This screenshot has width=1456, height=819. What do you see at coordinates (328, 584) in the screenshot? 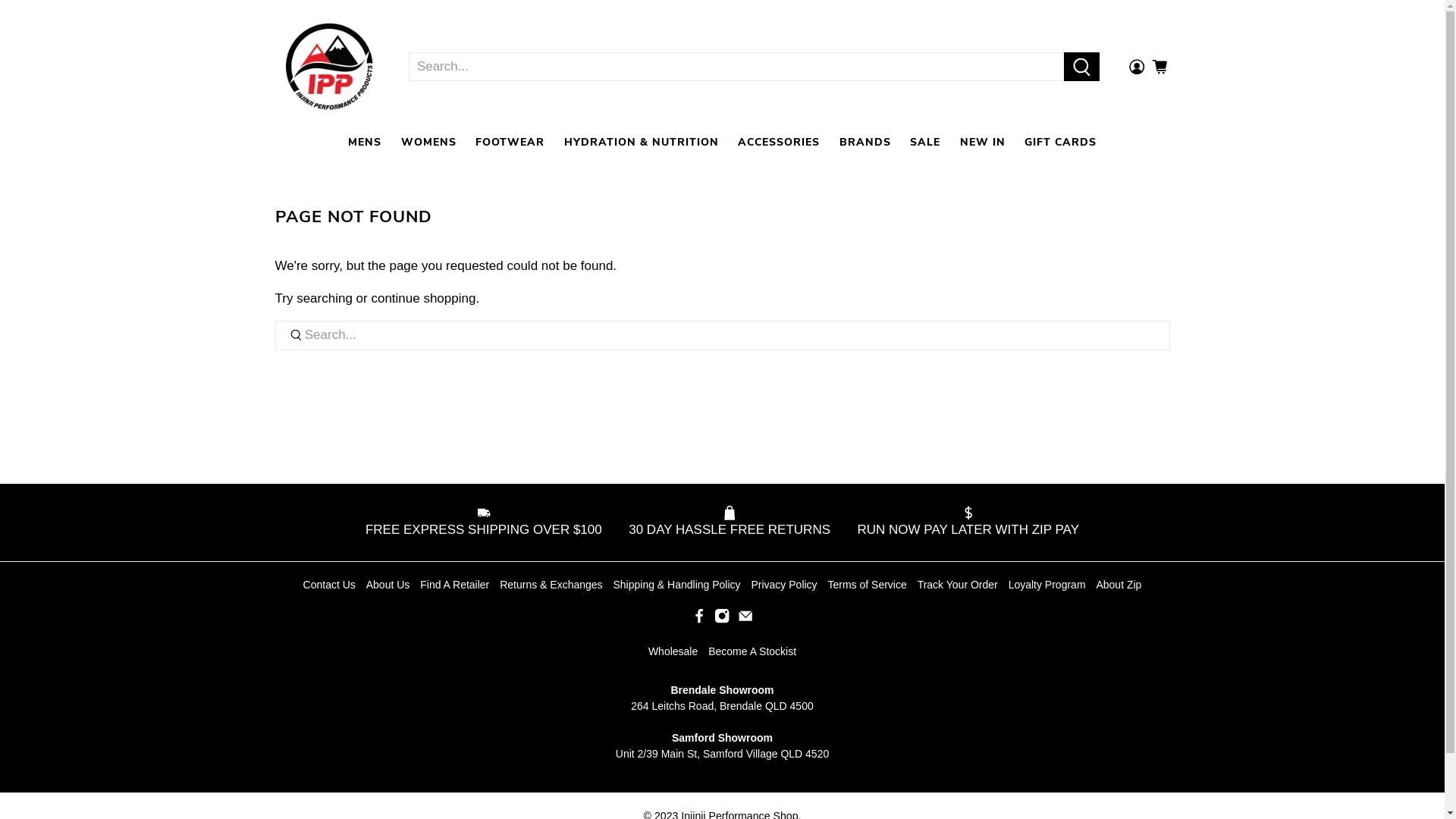
I see `'Contact Us'` at bounding box center [328, 584].